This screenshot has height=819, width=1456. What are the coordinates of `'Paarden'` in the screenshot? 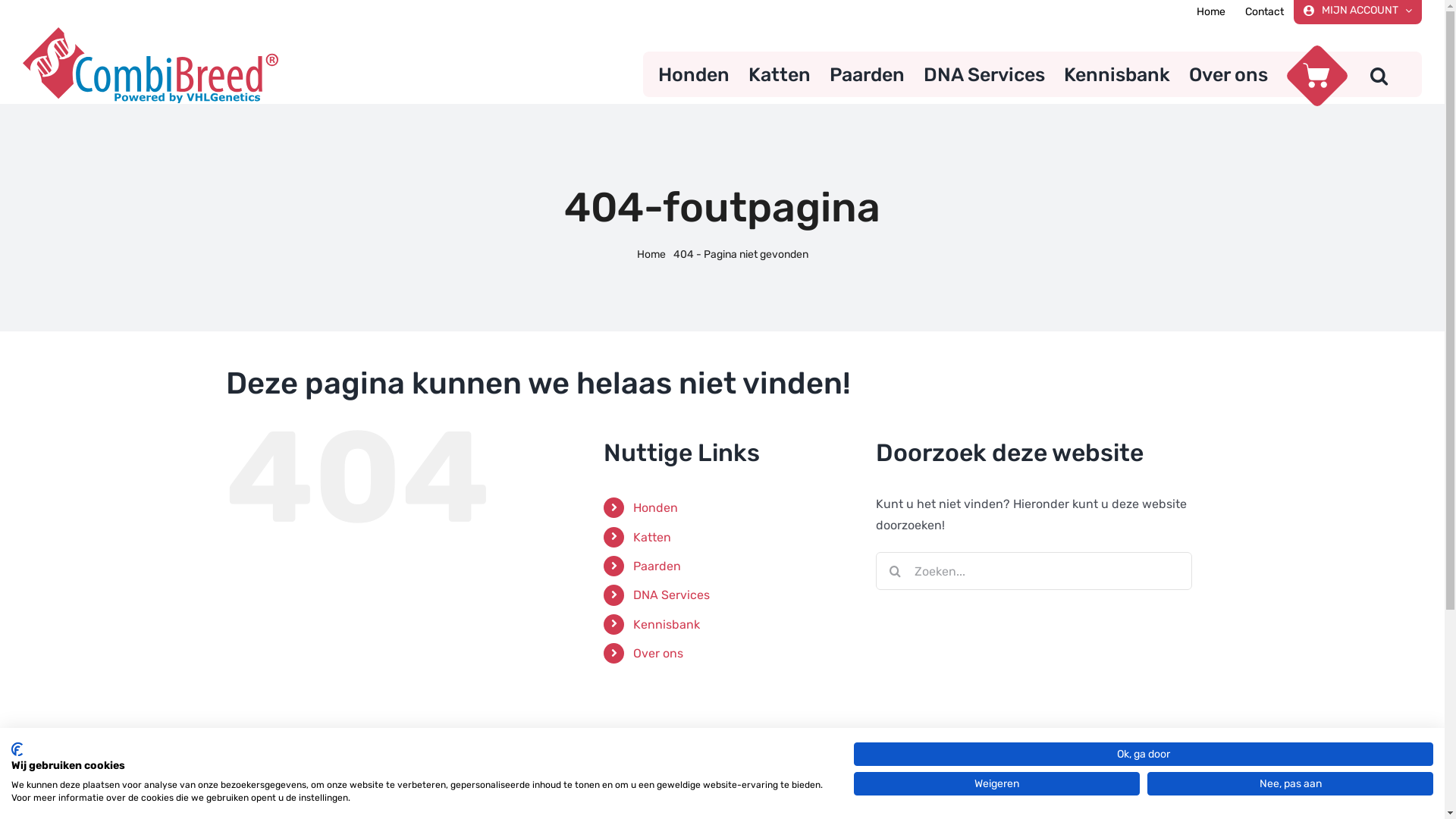 It's located at (867, 74).